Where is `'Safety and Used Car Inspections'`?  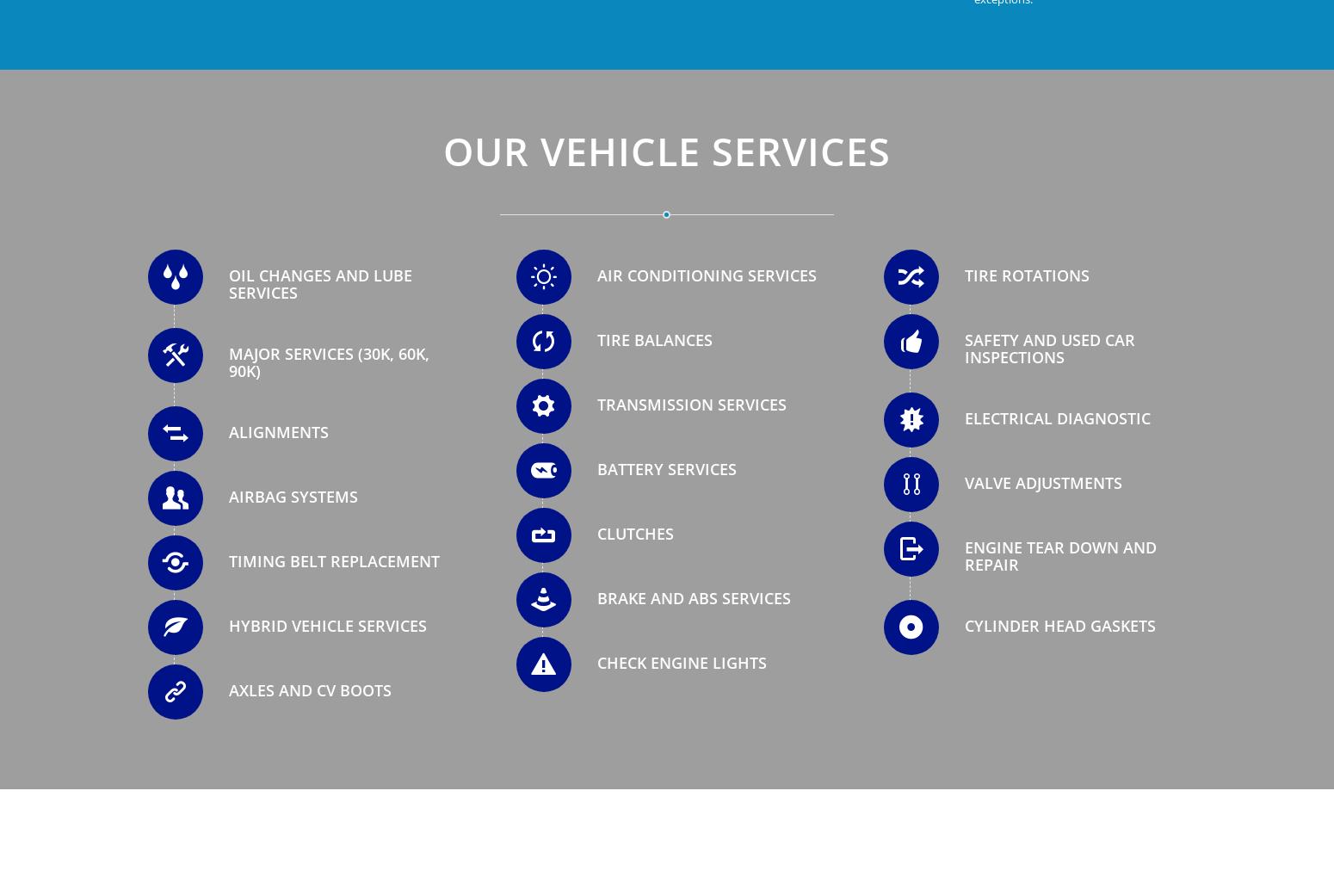
'Safety and Used Car Inspections' is located at coordinates (1050, 348).